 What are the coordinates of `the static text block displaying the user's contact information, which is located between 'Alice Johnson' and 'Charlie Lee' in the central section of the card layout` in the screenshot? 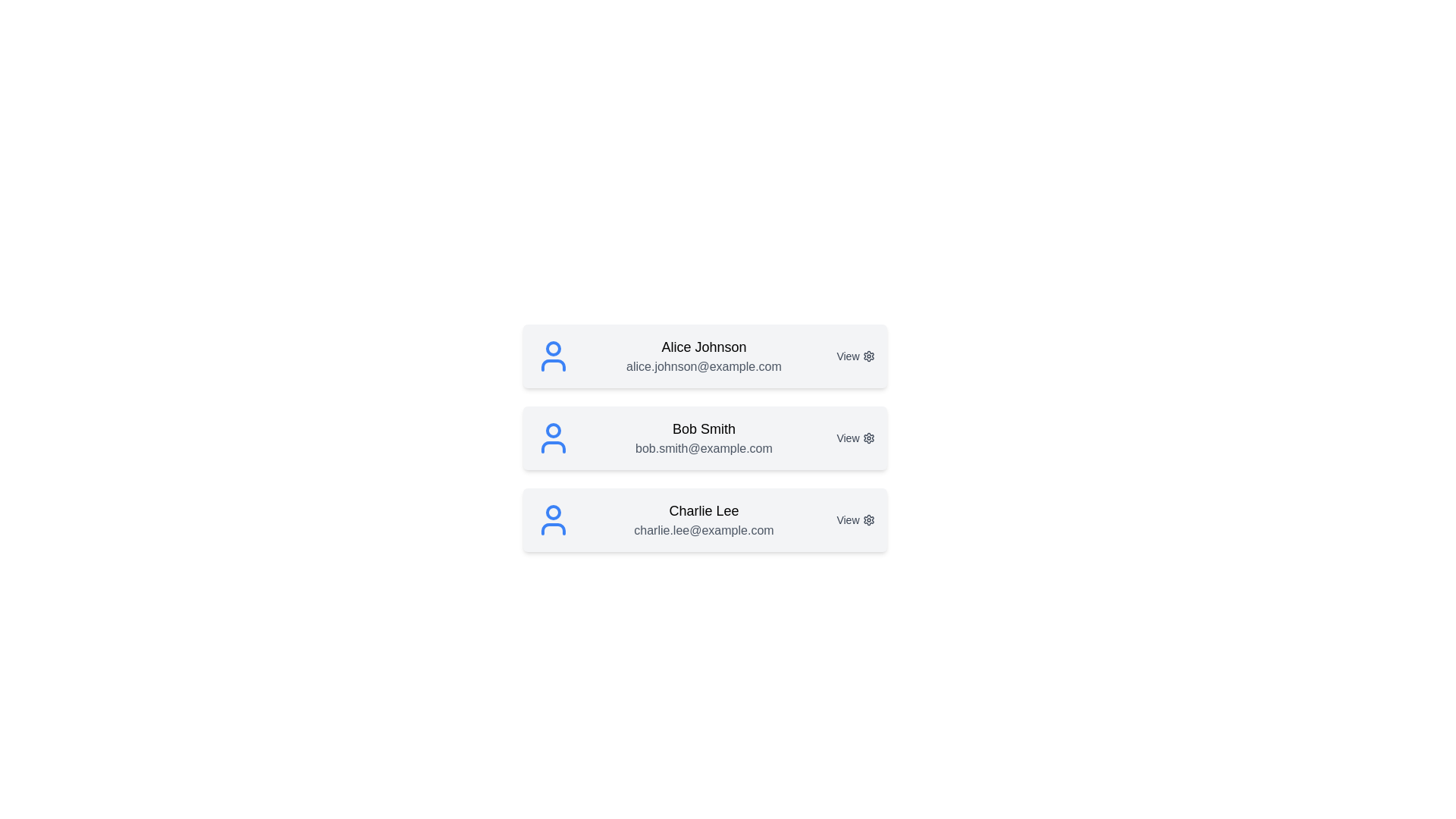 It's located at (703, 438).